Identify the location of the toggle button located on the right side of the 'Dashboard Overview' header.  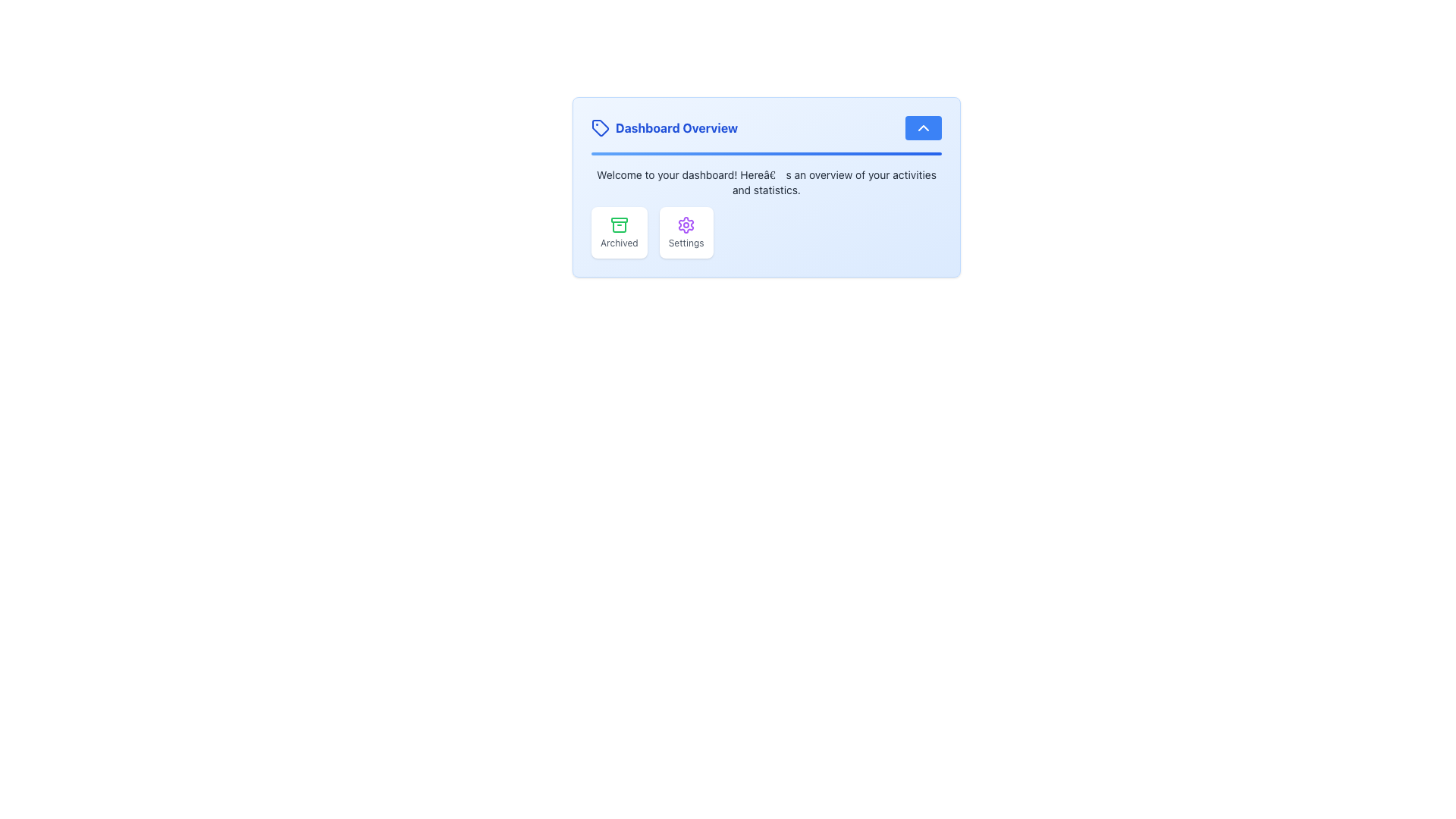
(923, 127).